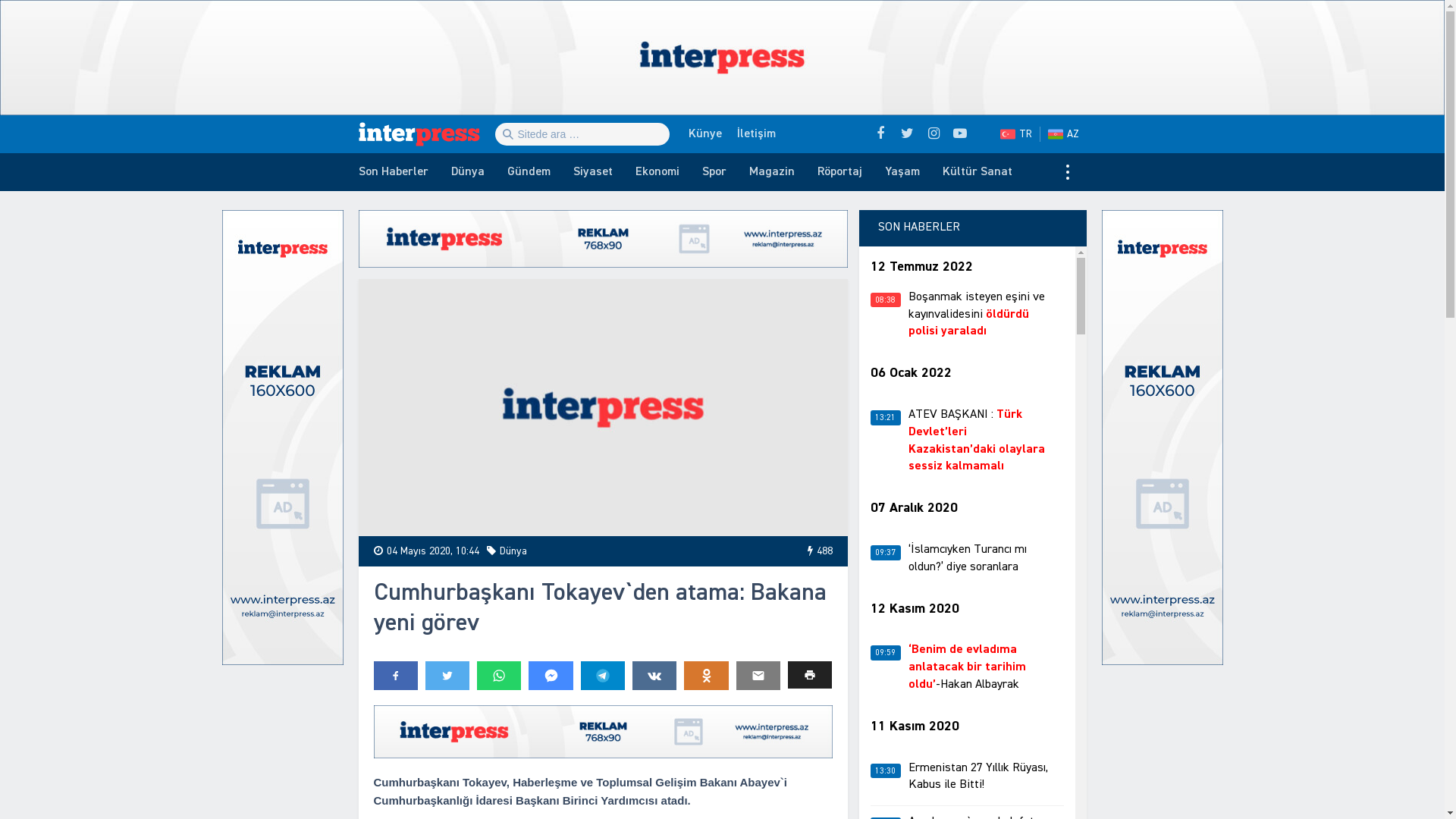  What do you see at coordinates (447, 675) in the screenshot?
I see `'Share: Twitter'` at bounding box center [447, 675].